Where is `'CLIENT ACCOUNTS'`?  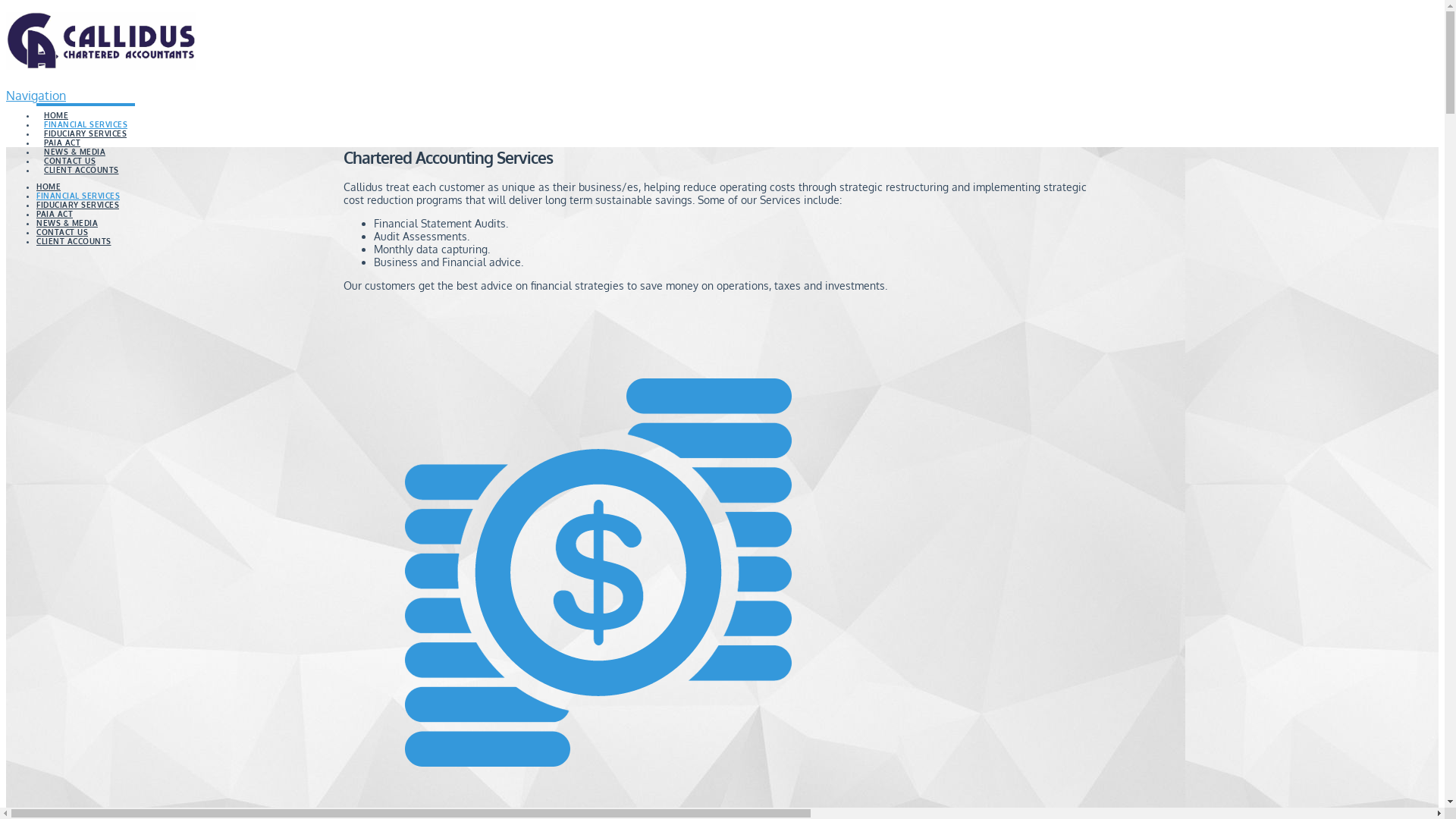 'CLIENT ACCOUNTS' is located at coordinates (80, 161).